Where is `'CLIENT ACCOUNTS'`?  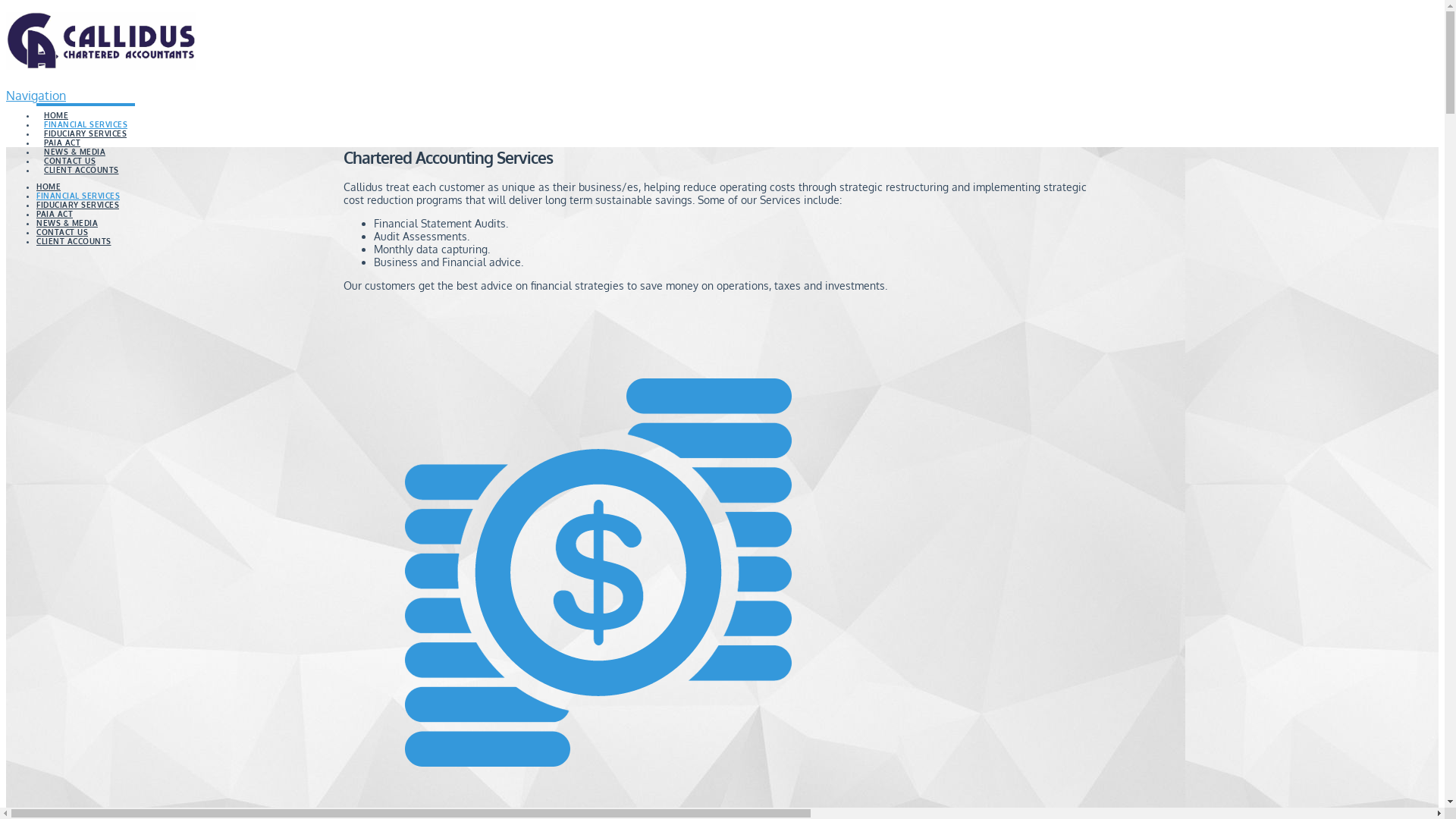 'CLIENT ACCOUNTS' is located at coordinates (80, 161).